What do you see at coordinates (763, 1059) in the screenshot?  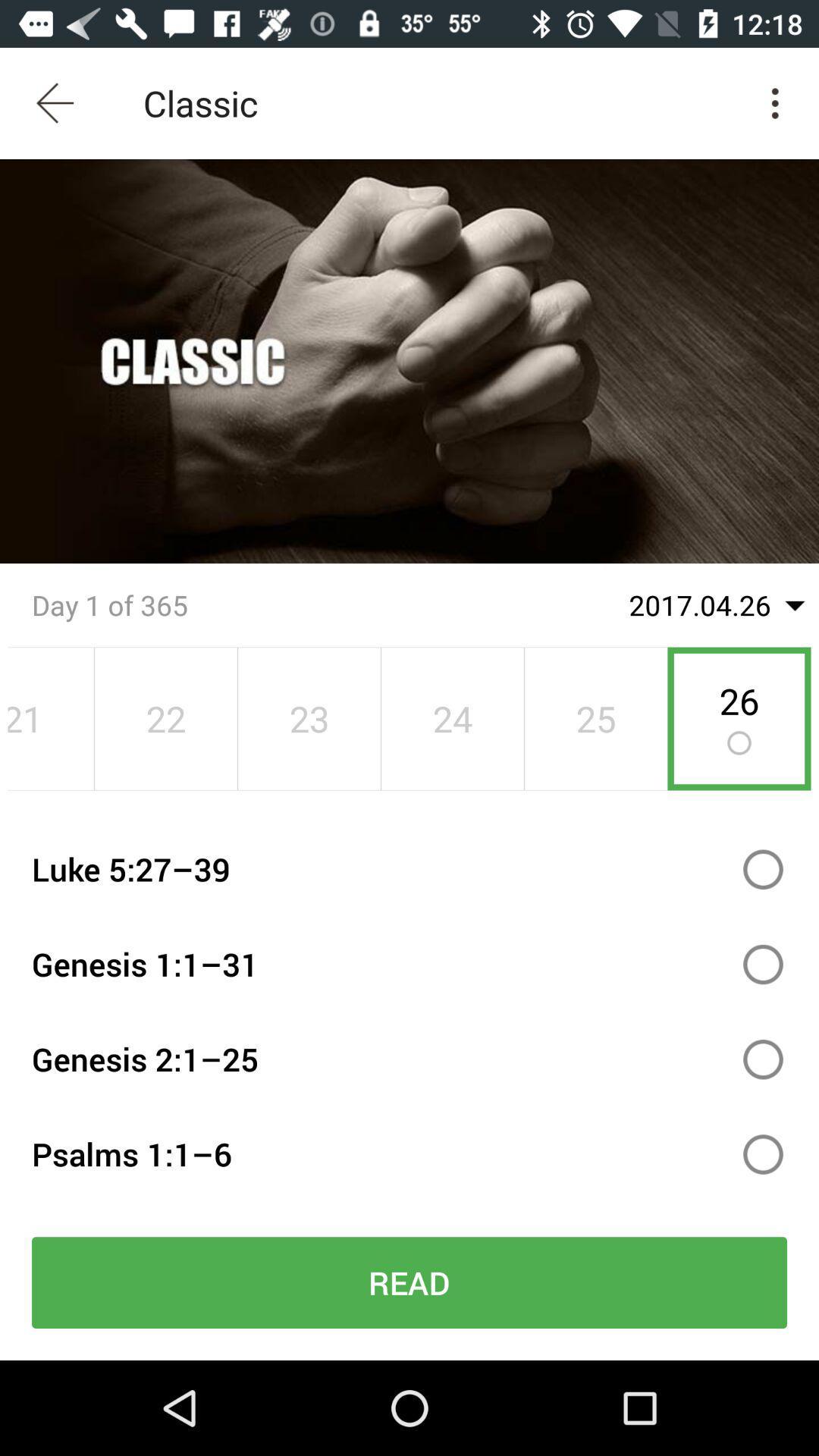 I see `check genesis 2:1-25` at bounding box center [763, 1059].